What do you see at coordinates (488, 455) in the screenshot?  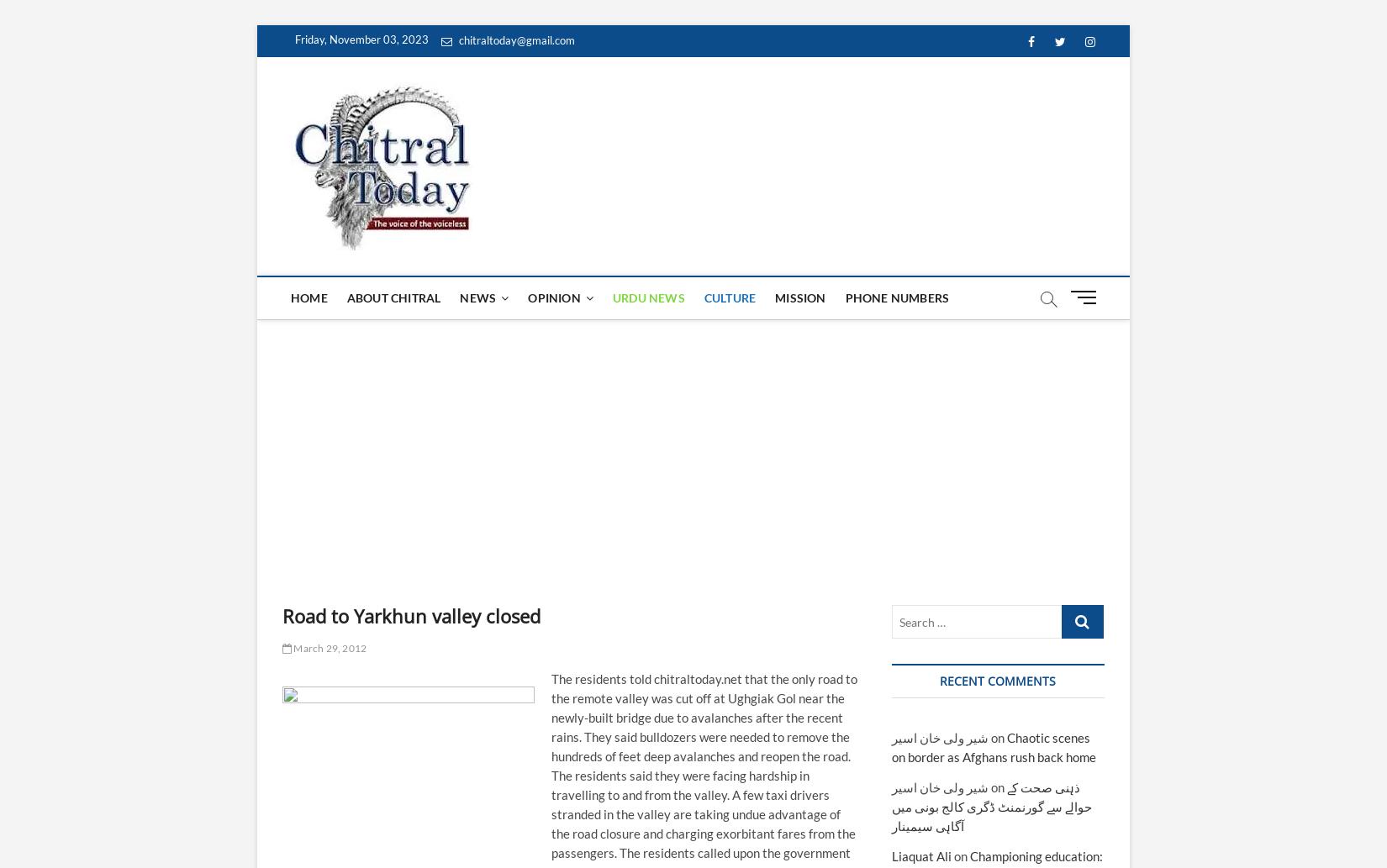 I see `'Education'` at bounding box center [488, 455].